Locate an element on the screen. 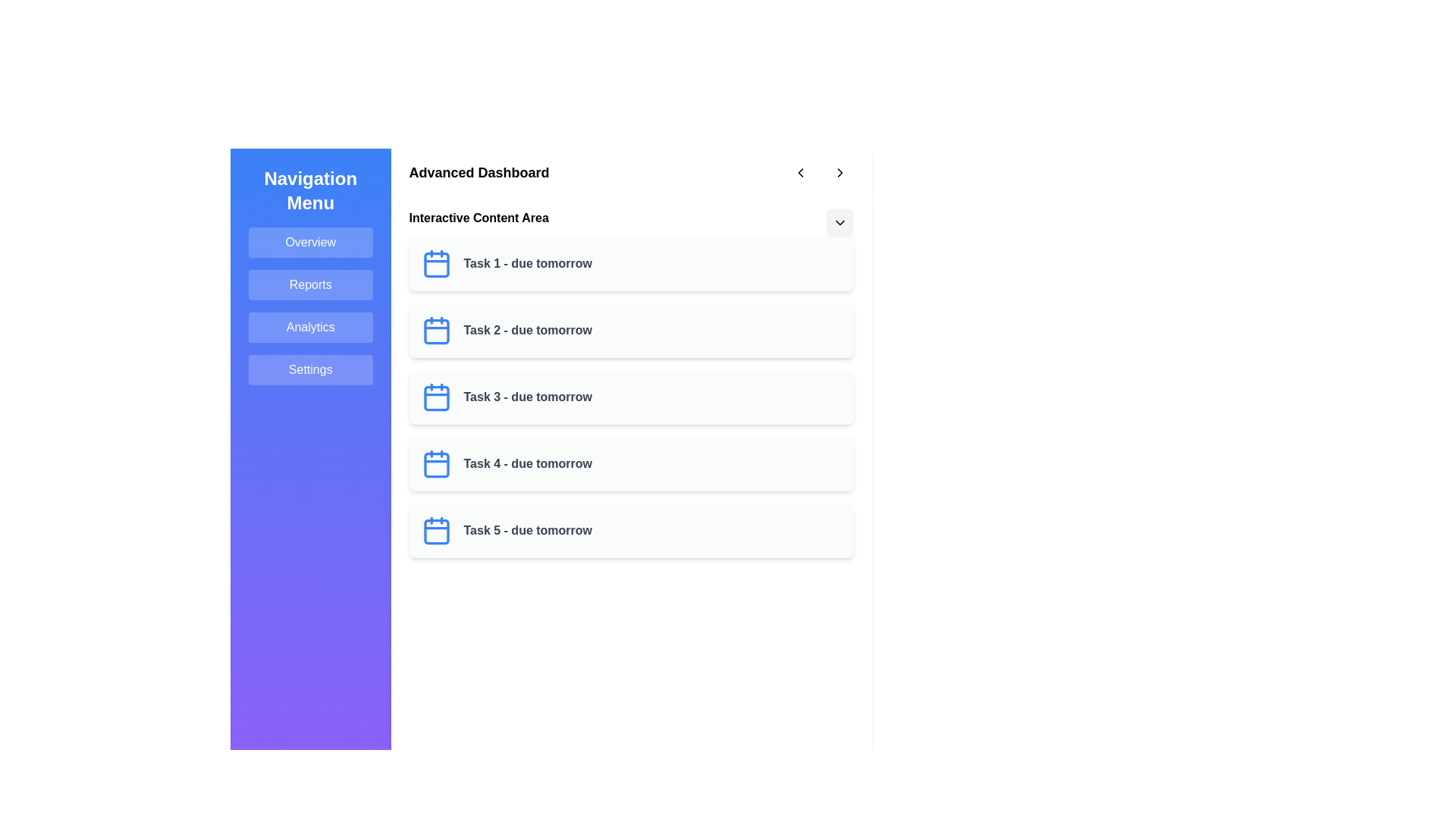 This screenshot has height=819, width=1456. the navigation button located in the sidebar menu, which is the second item below the 'Overview' button, to change its appearance is located at coordinates (309, 284).